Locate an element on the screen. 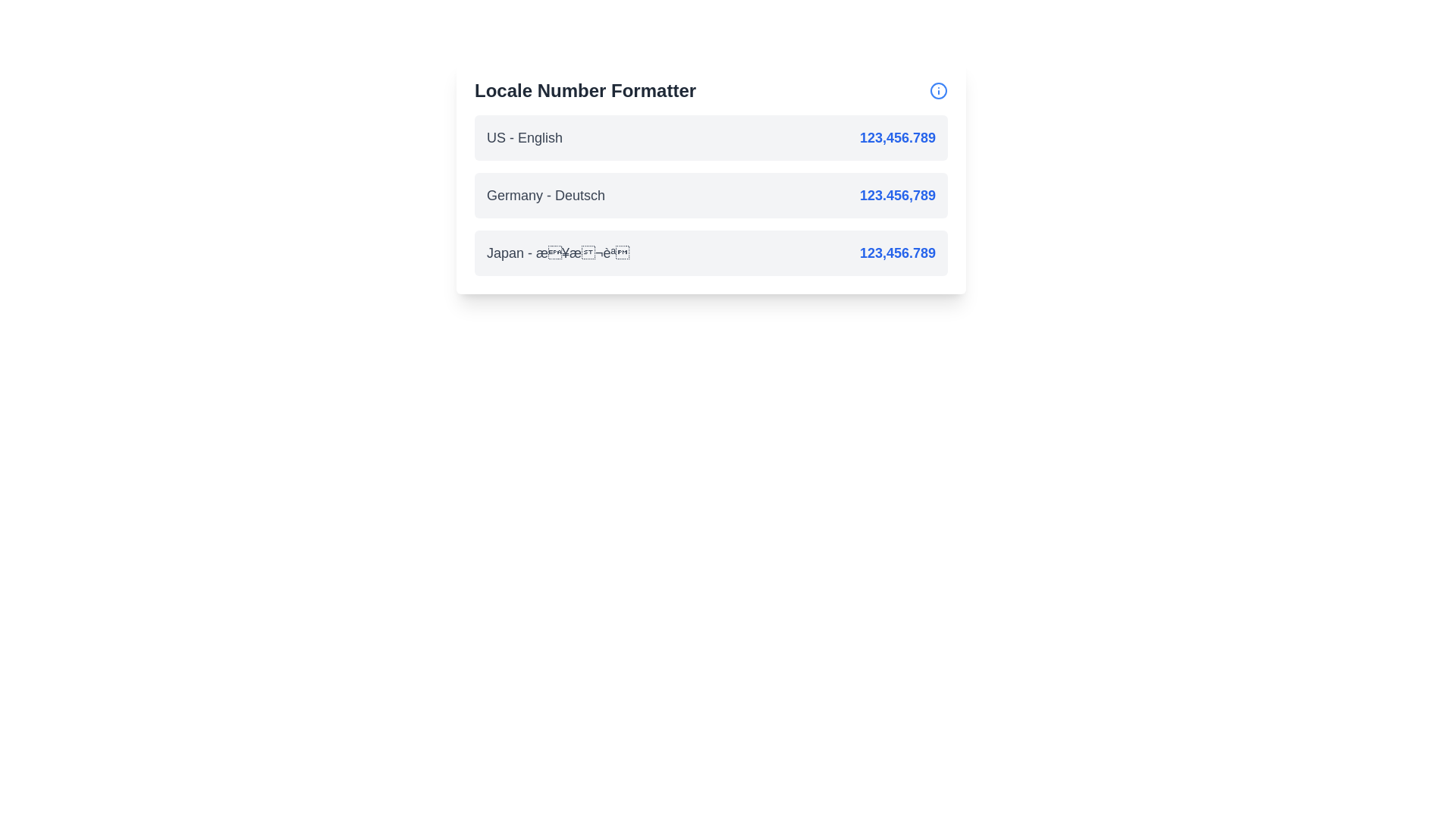 The width and height of the screenshot is (1456, 819). the second list item element displaying a language and its associated numerical format, located between 'US - English' and 'Japan - 日本語' is located at coordinates (710, 195).